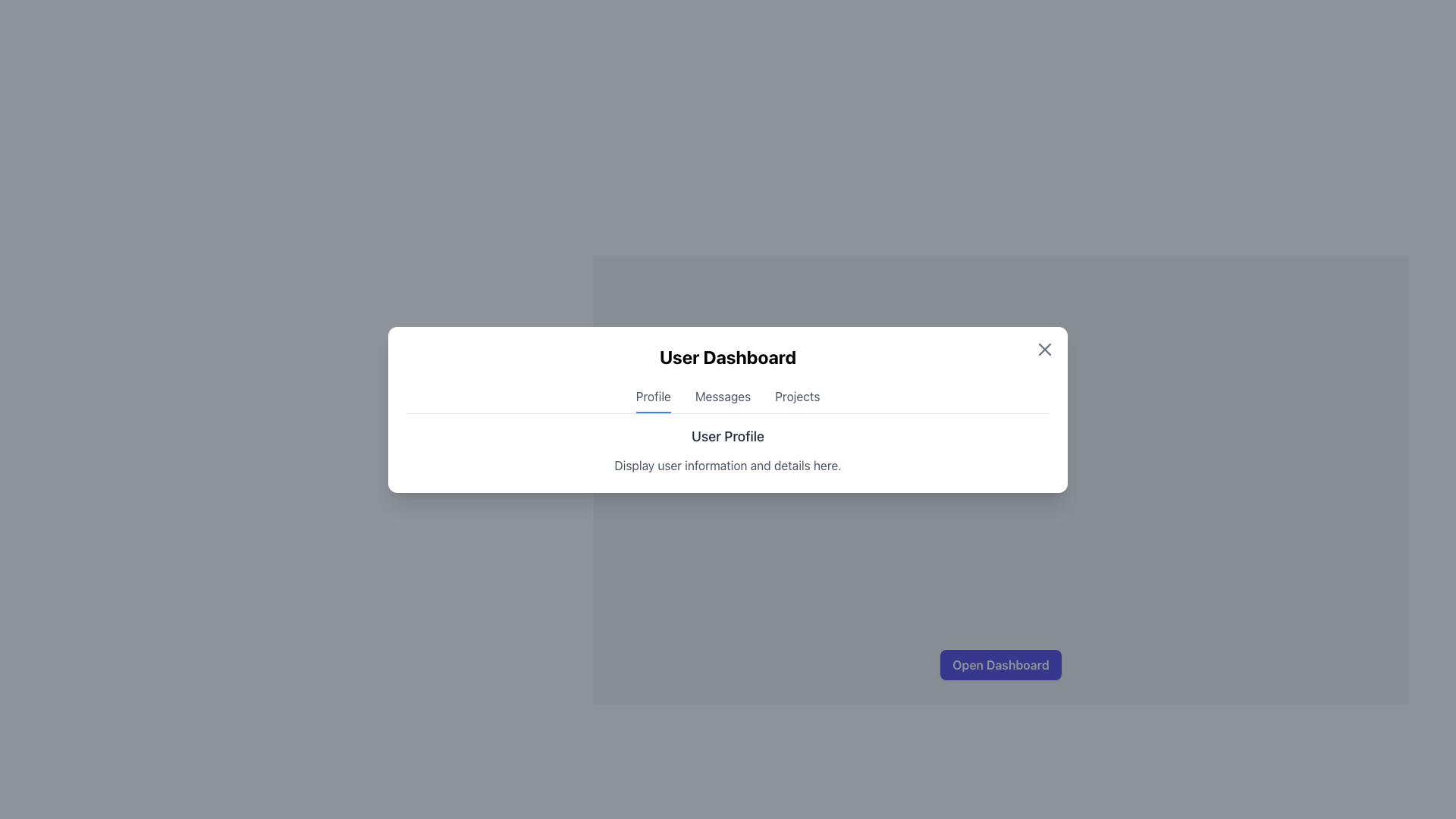 The image size is (1456, 819). What do you see at coordinates (728, 409) in the screenshot?
I see `the 'Profile' navigation tab within the centered modal window titled 'User Dashboard' to switch views` at bounding box center [728, 409].